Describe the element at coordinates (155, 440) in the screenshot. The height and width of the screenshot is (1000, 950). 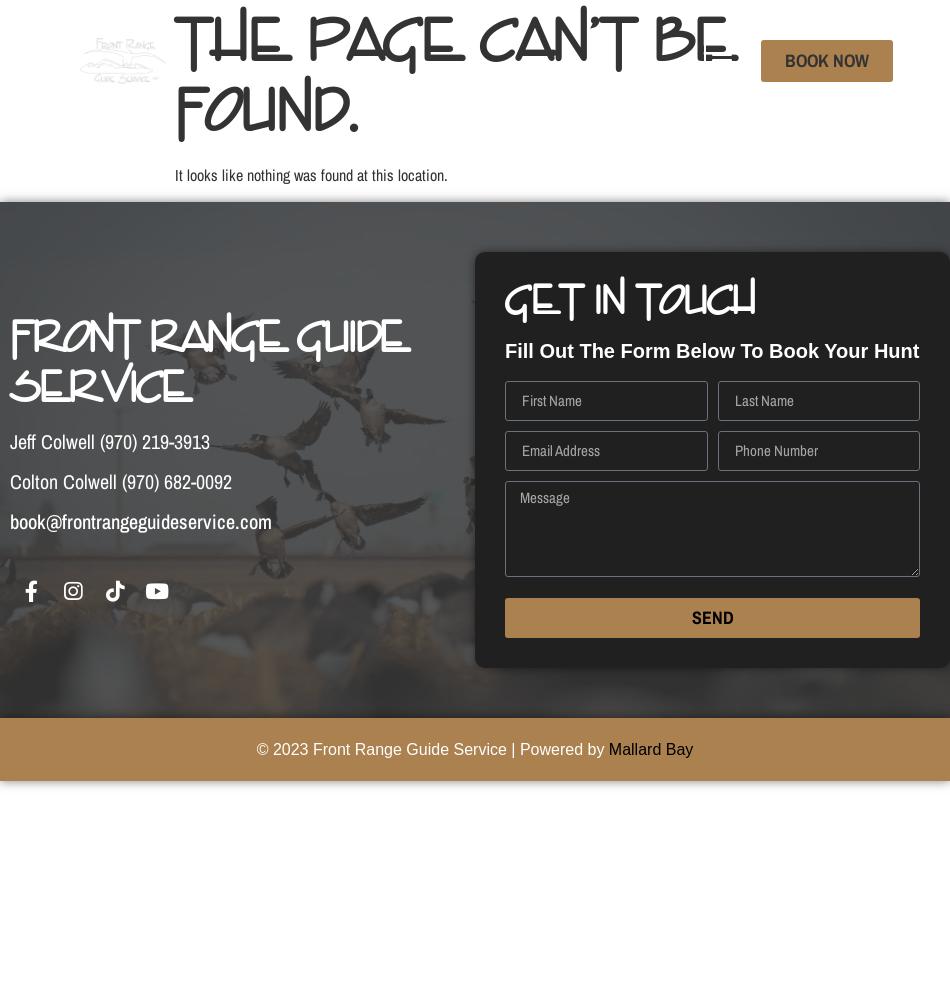
I see `'(970) 219-3913'` at that location.